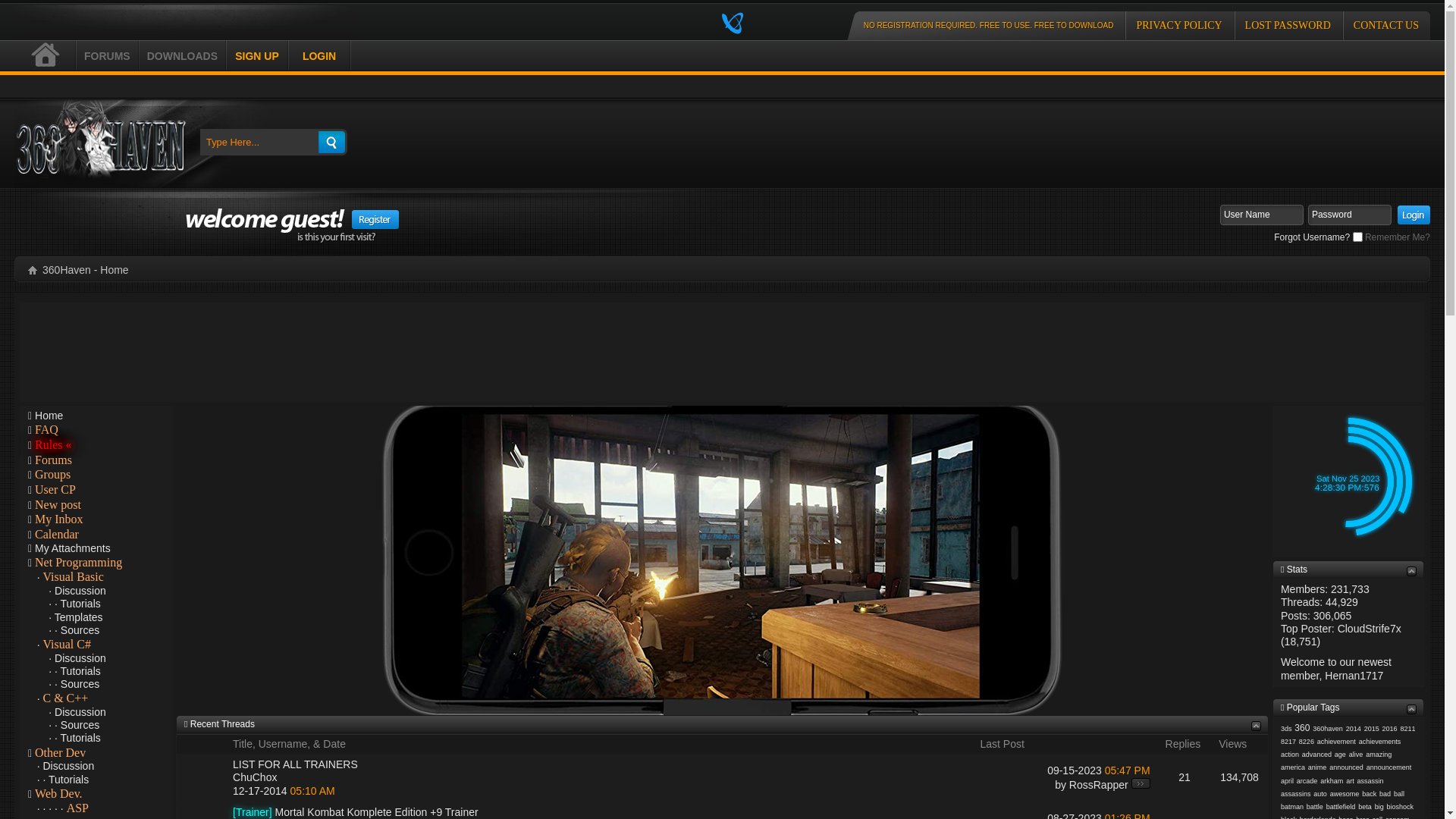  I want to click on 'assassin', so click(1357, 780).